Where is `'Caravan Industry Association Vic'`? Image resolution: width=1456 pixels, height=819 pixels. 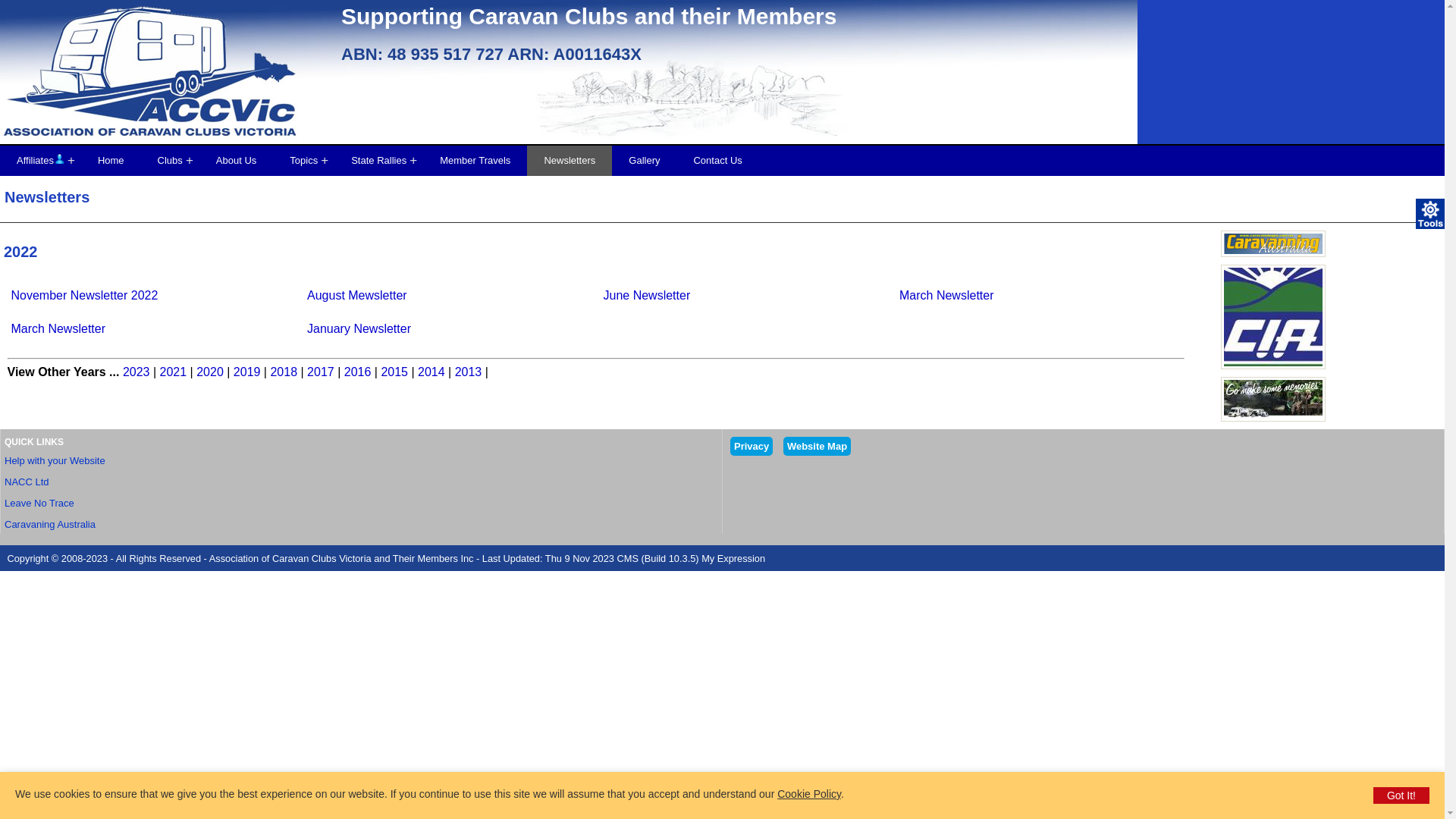 'Caravan Industry Association Vic' is located at coordinates (1273, 315).